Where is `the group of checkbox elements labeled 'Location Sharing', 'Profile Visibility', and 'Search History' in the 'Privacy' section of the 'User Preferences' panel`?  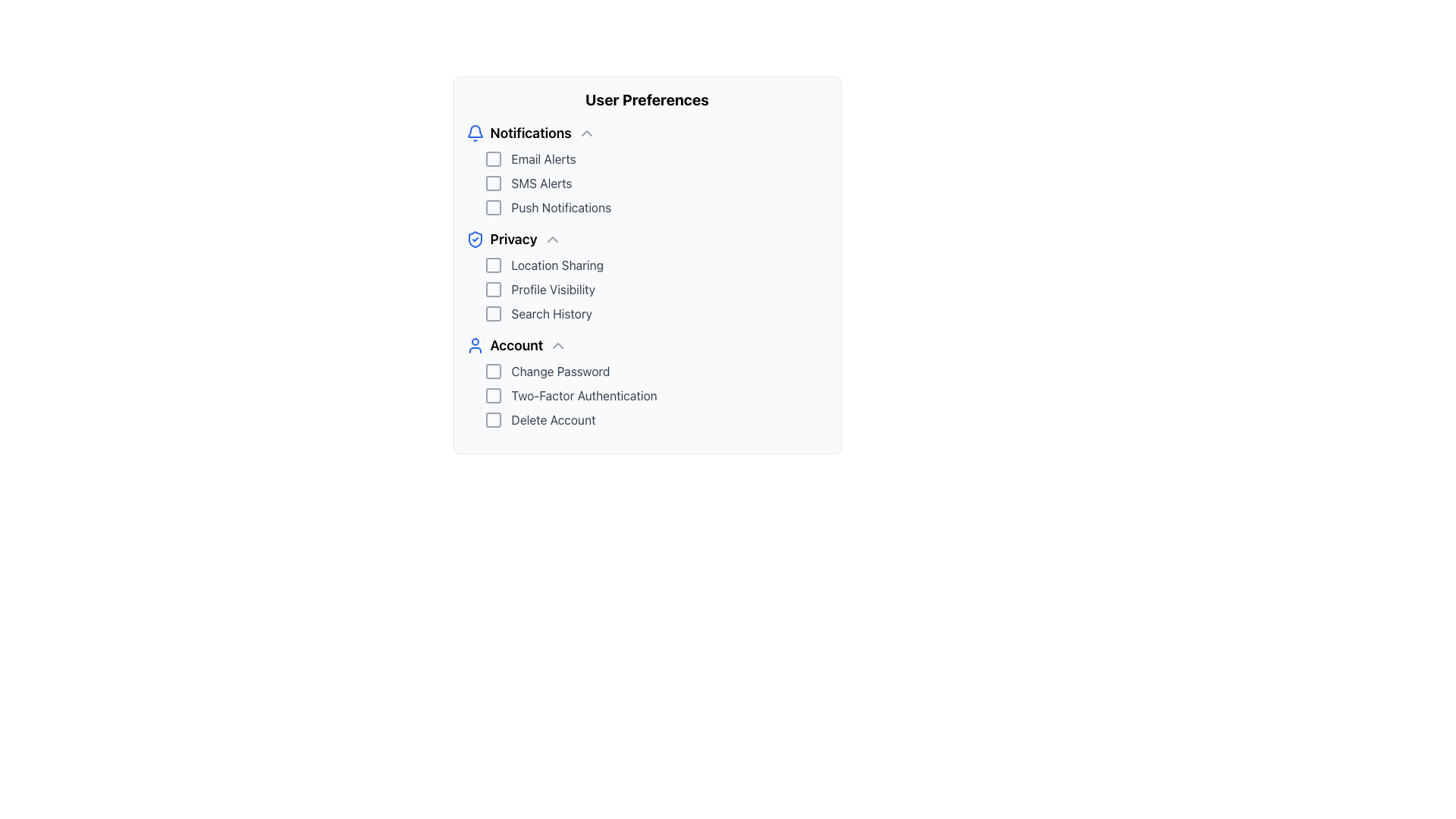
the group of checkbox elements labeled 'Location Sharing', 'Profile Visibility', and 'Search History' in the 'Privacy' section of the 'User Preferences' panel is located at coordinates (647, 289).